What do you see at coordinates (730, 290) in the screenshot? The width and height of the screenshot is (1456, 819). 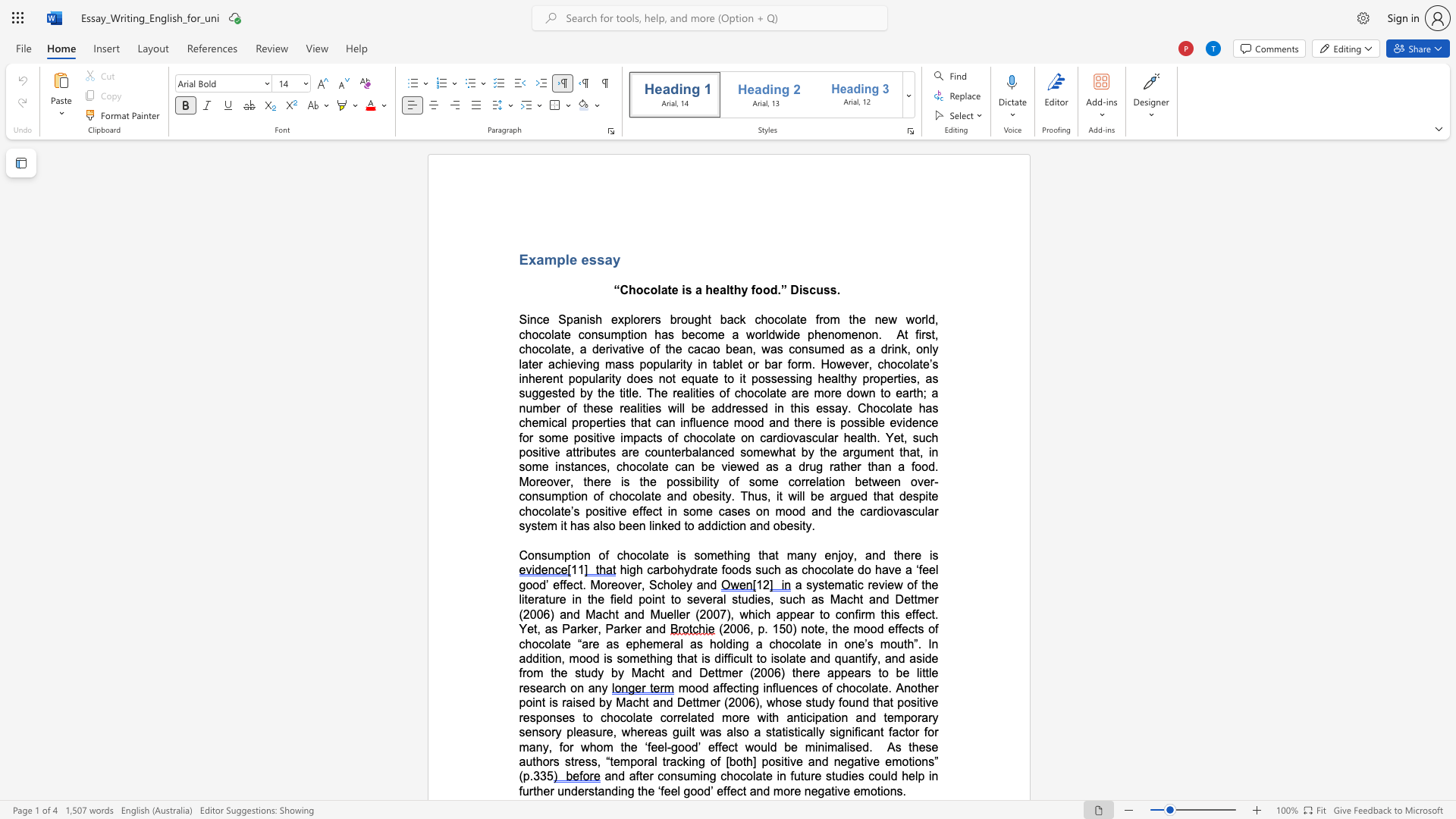 I see `the space between the continuous character "l" and "t" in the text` at bounding box center [730, 290].